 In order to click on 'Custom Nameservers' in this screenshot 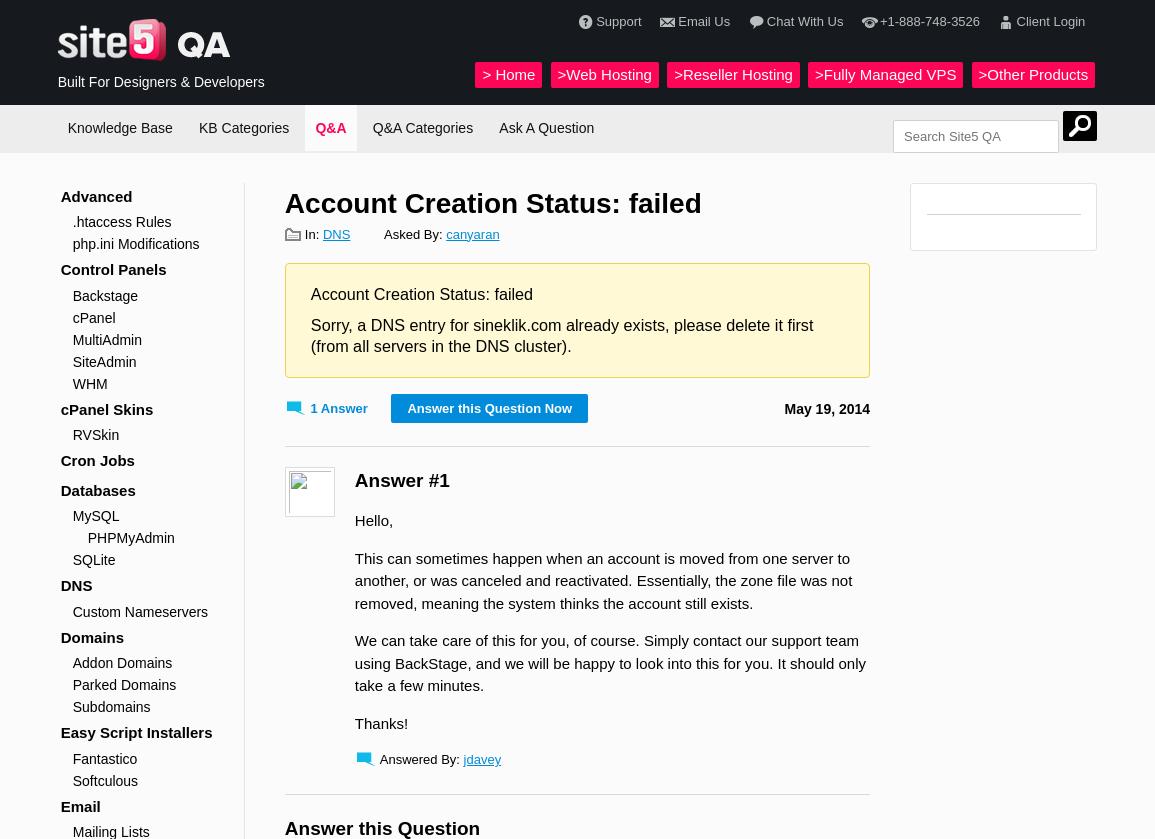, I will do `click(139, 609)`.